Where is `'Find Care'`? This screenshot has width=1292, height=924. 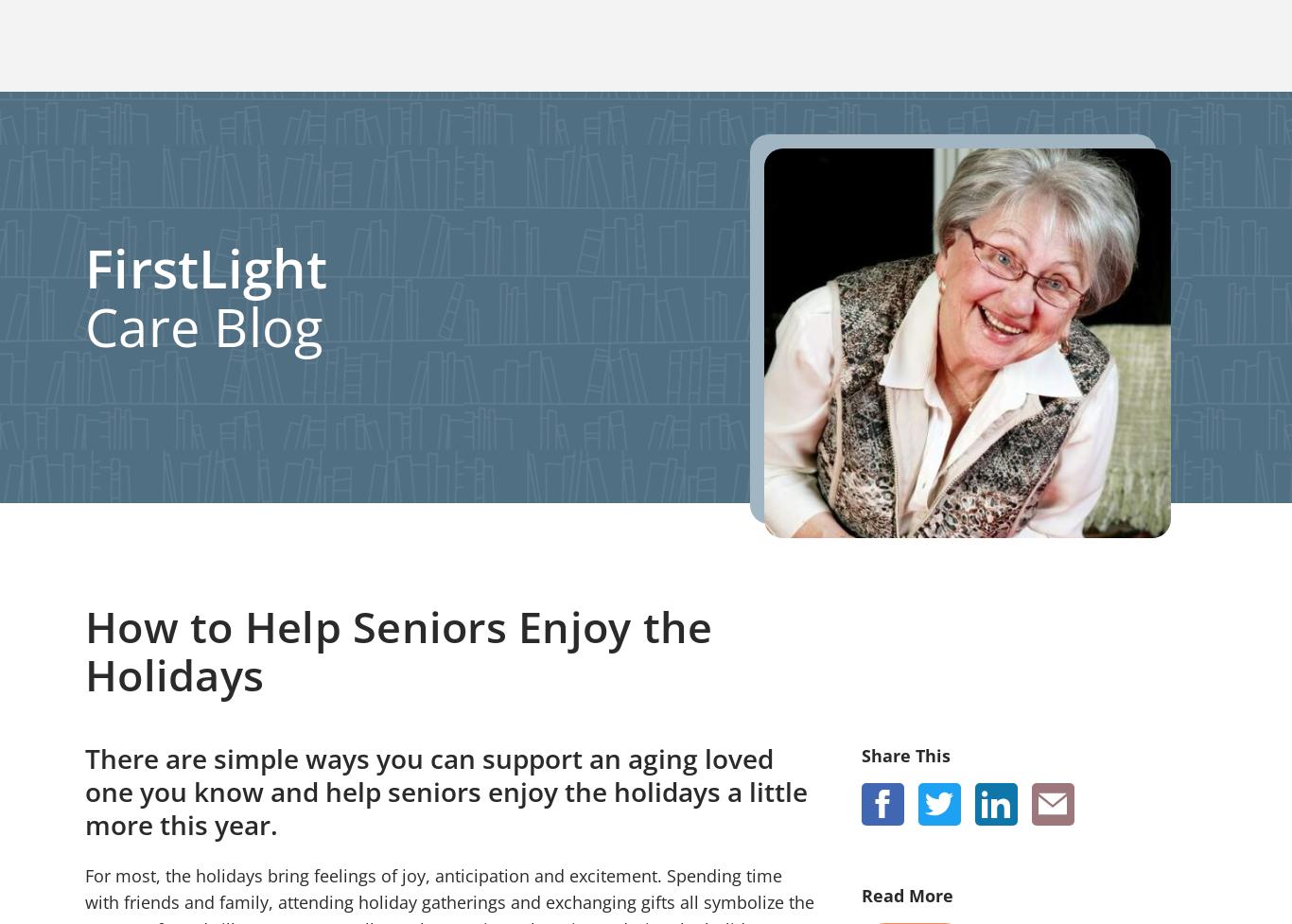
'Find Care' is located at coordinates (224, 839).